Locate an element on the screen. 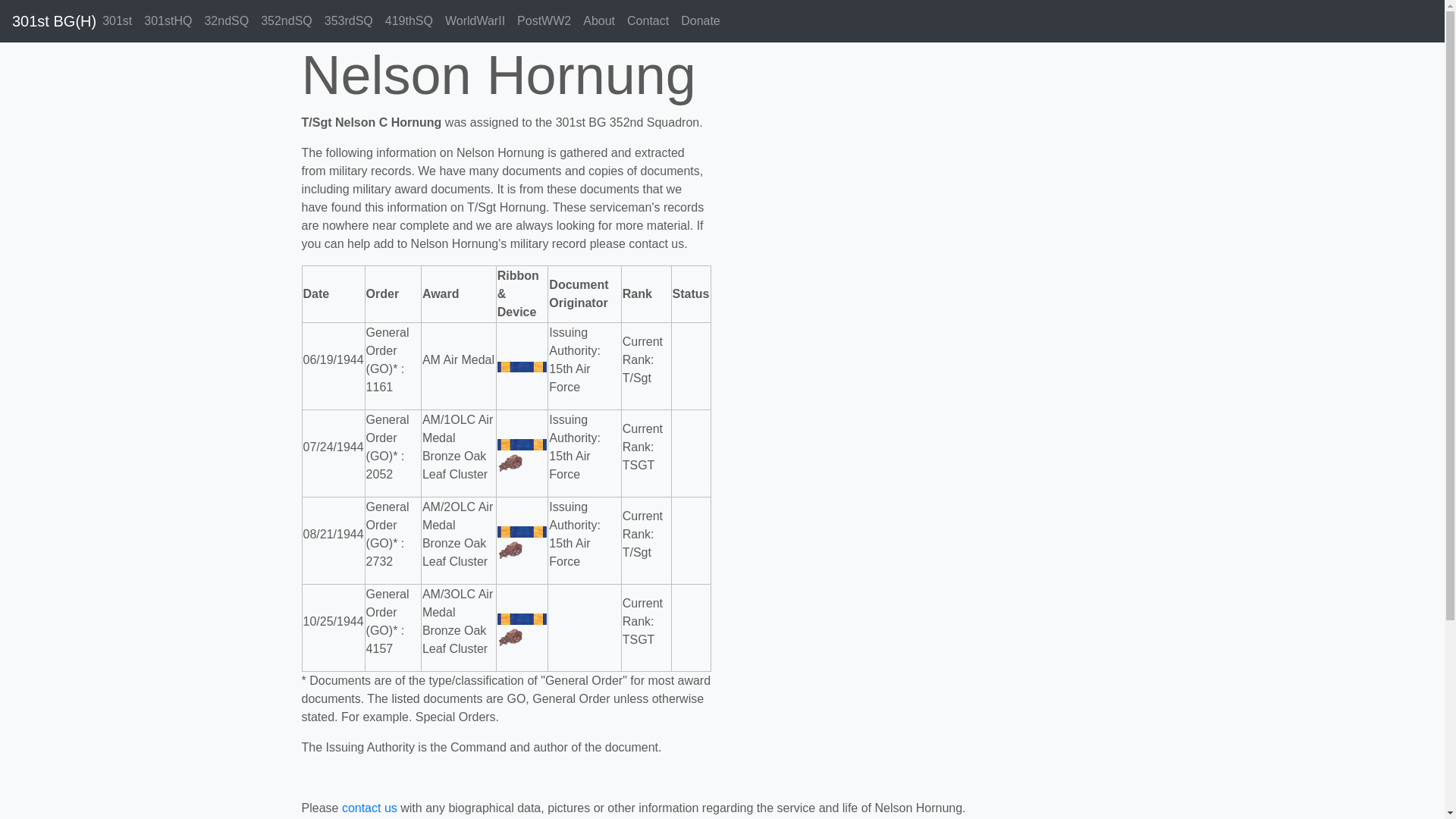 The width and height of the screenshot is (1456, 819). 'Donate' is located at coordinates (673, 20).